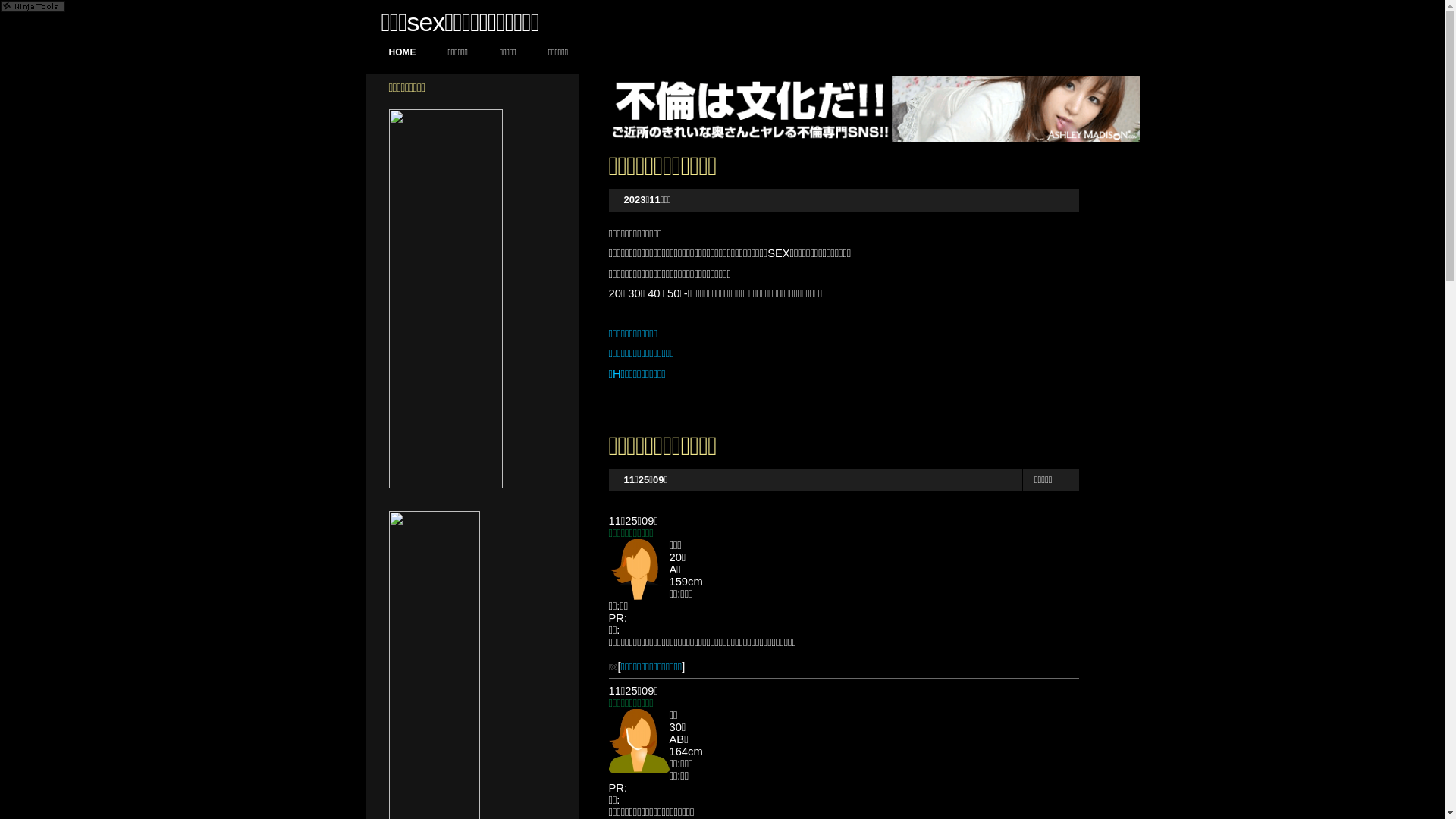 This screenshot has width=1456, height=819. What do you see at coordinates (401, 52) in the screenshot?
I see `'HOME'` at bounding box center [401, 52].